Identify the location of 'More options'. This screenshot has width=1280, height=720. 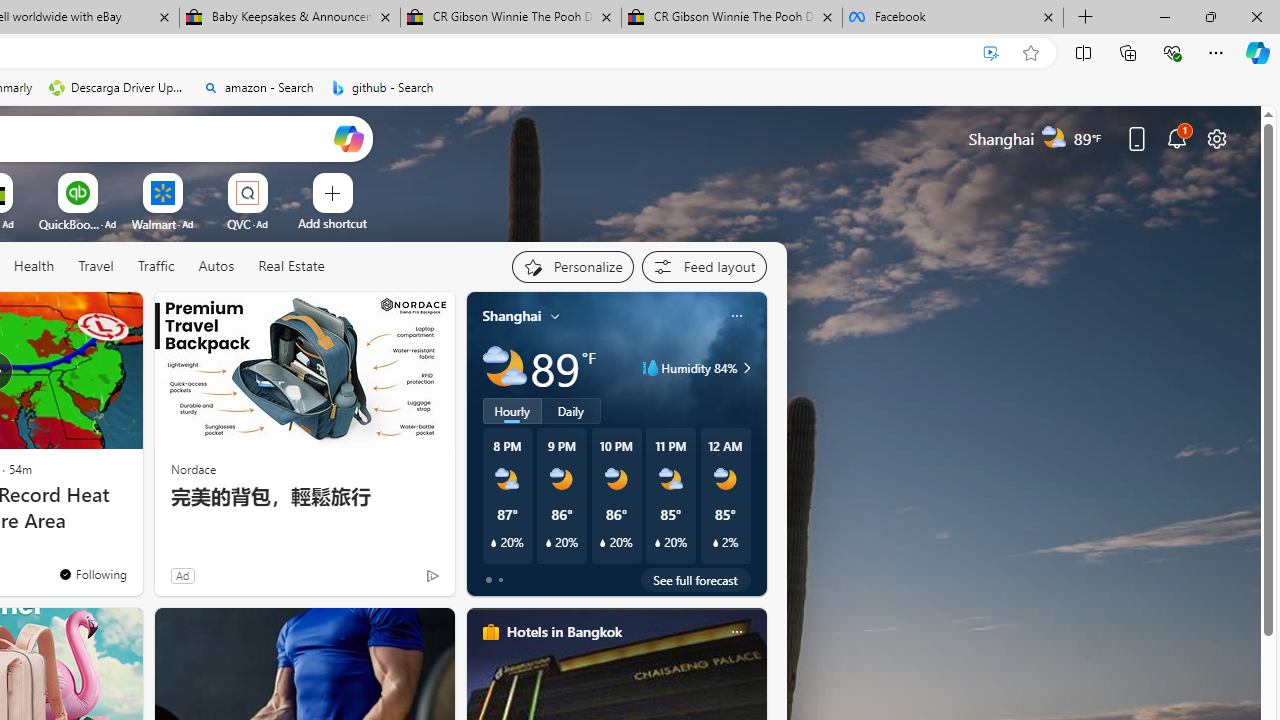
(735, 631).